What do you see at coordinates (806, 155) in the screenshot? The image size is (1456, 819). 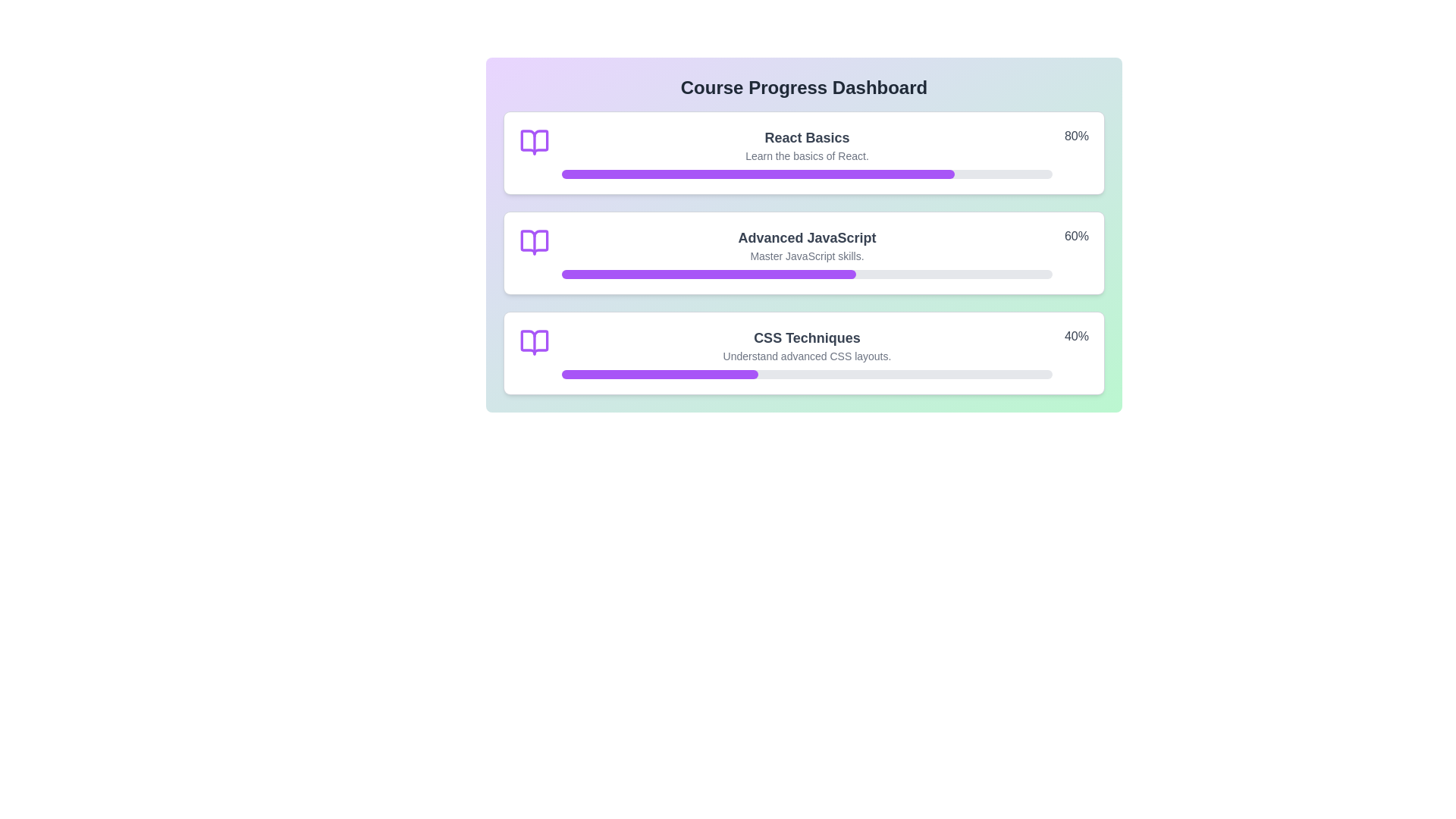 I see `the text element that reads 'Learn the basics of React.', which is styled with a small gray font and positioned directly below the title 'React Basics' in the first card of the course progress dashboard` at bounding box center [806, 155].